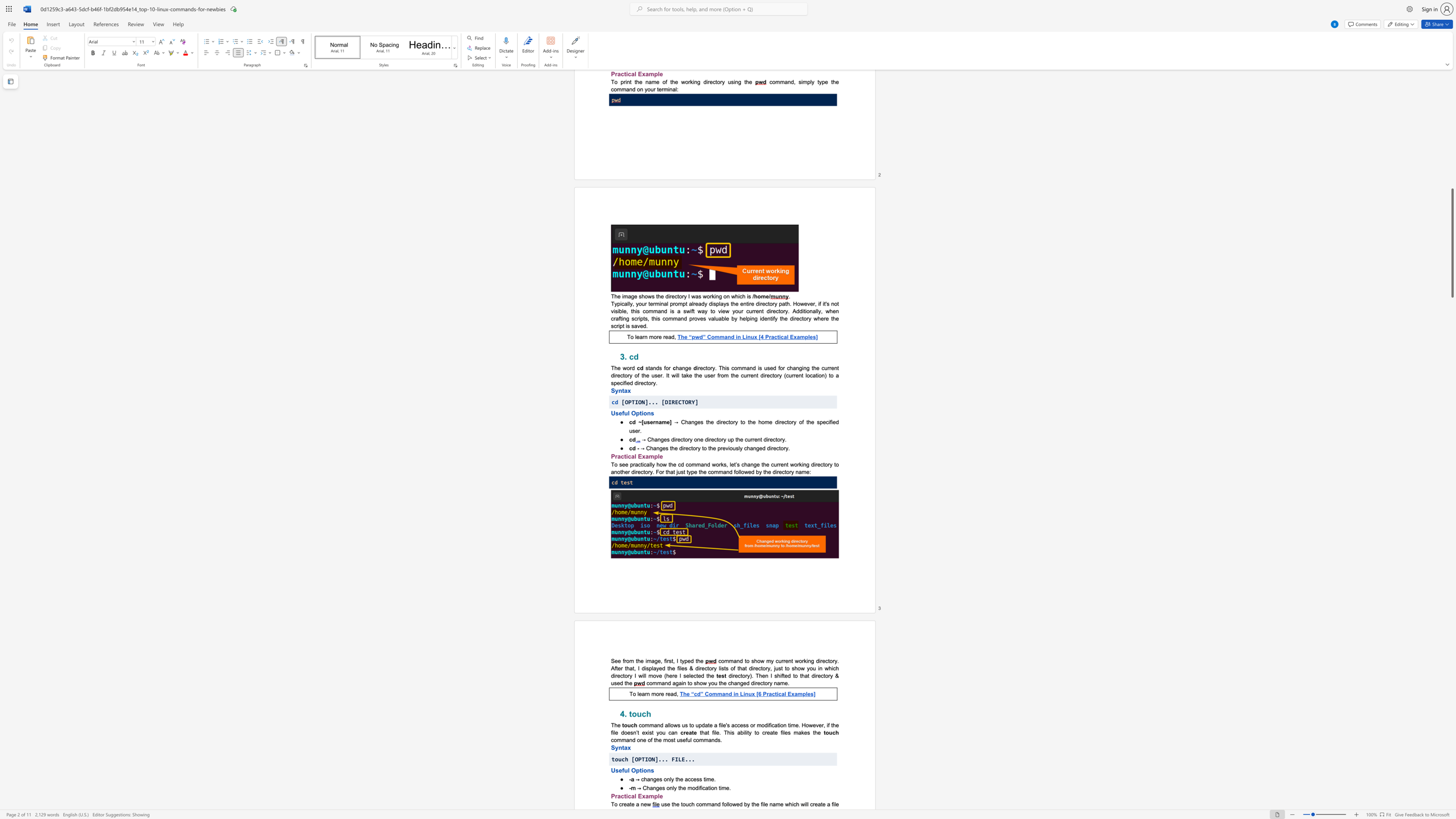  What do you see at coordinates (644, 732) in the screenshot?
I see `the subset text "xis" within the text "exist you can"` at bounding box center [644, 732].